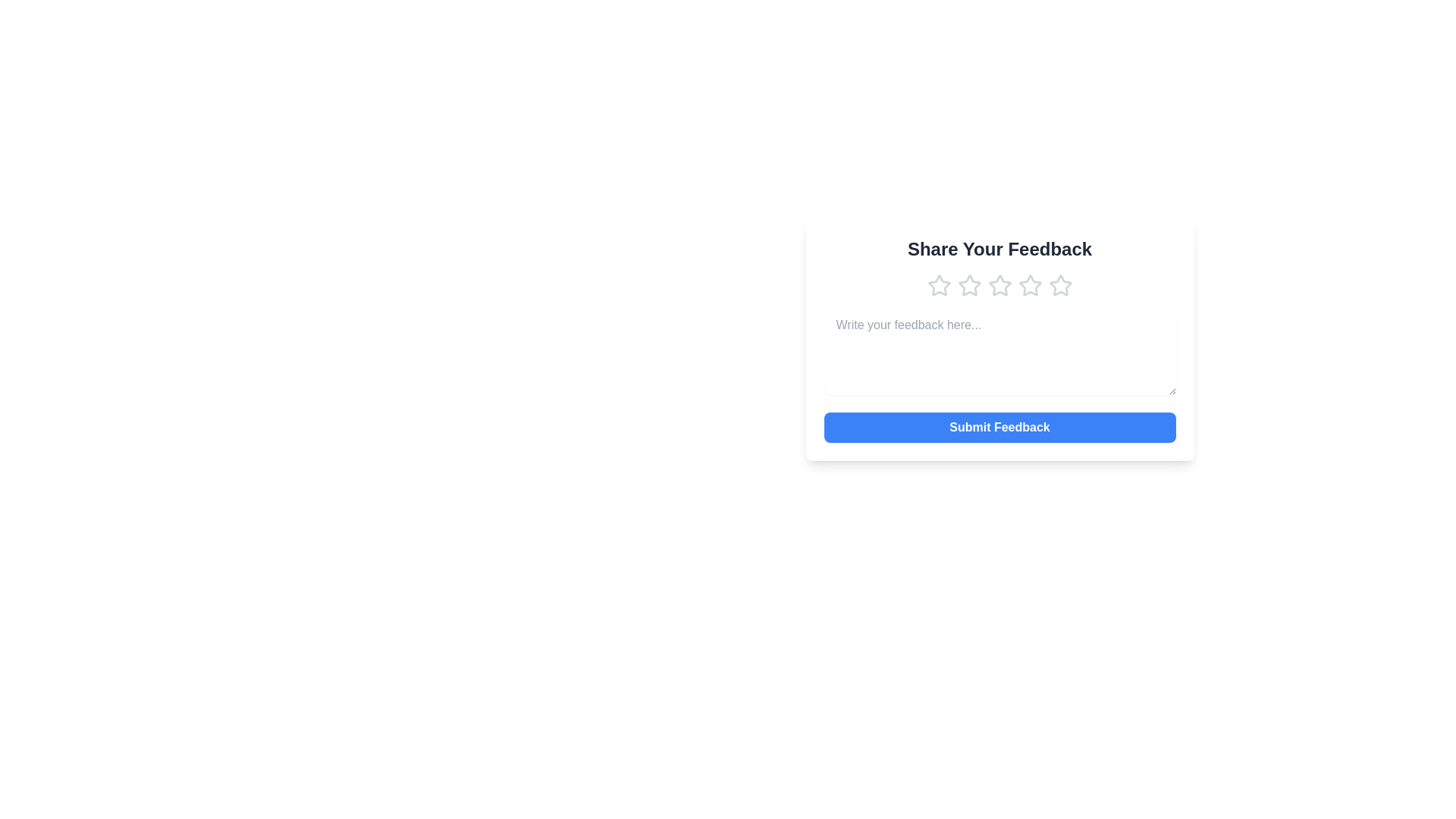 This screenshot has height=819, width=1456. Describe the element at coordinates (999, 286) in the screenshot. I see `the third star icon, which is styled in gray and represents a rating` at that location.